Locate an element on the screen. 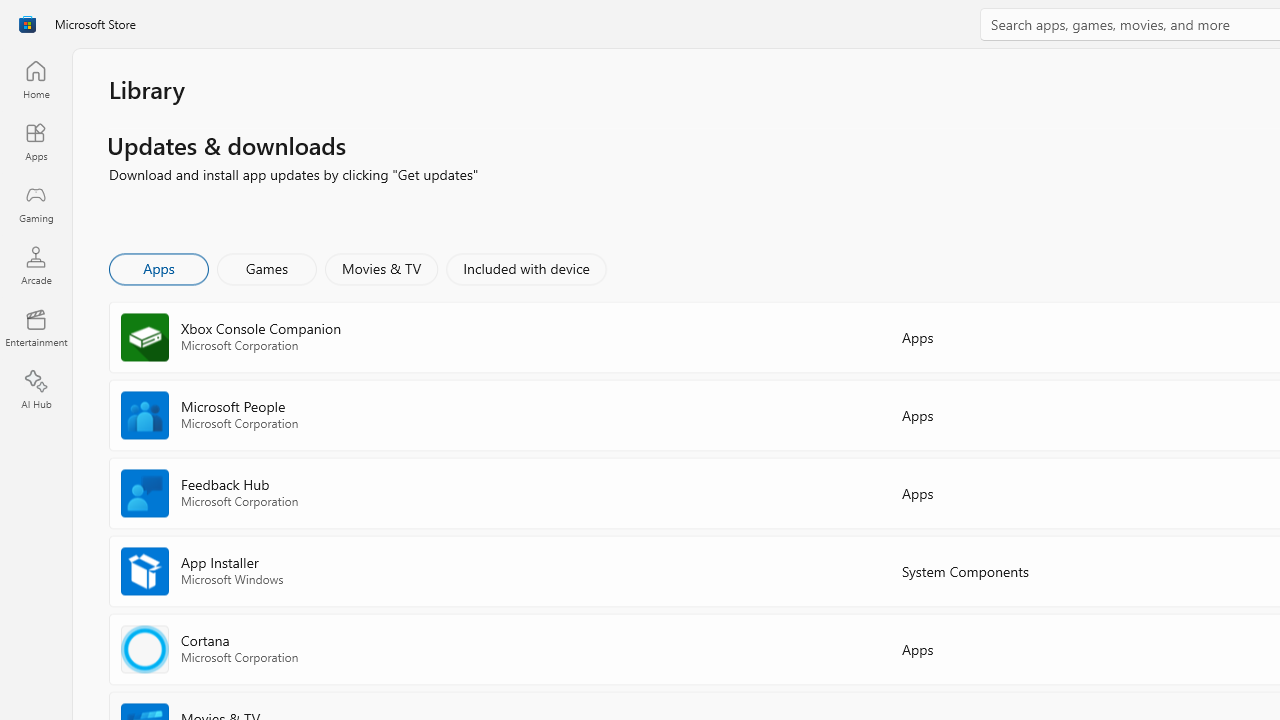  'Arcade' is located at coordinates (35, 264).